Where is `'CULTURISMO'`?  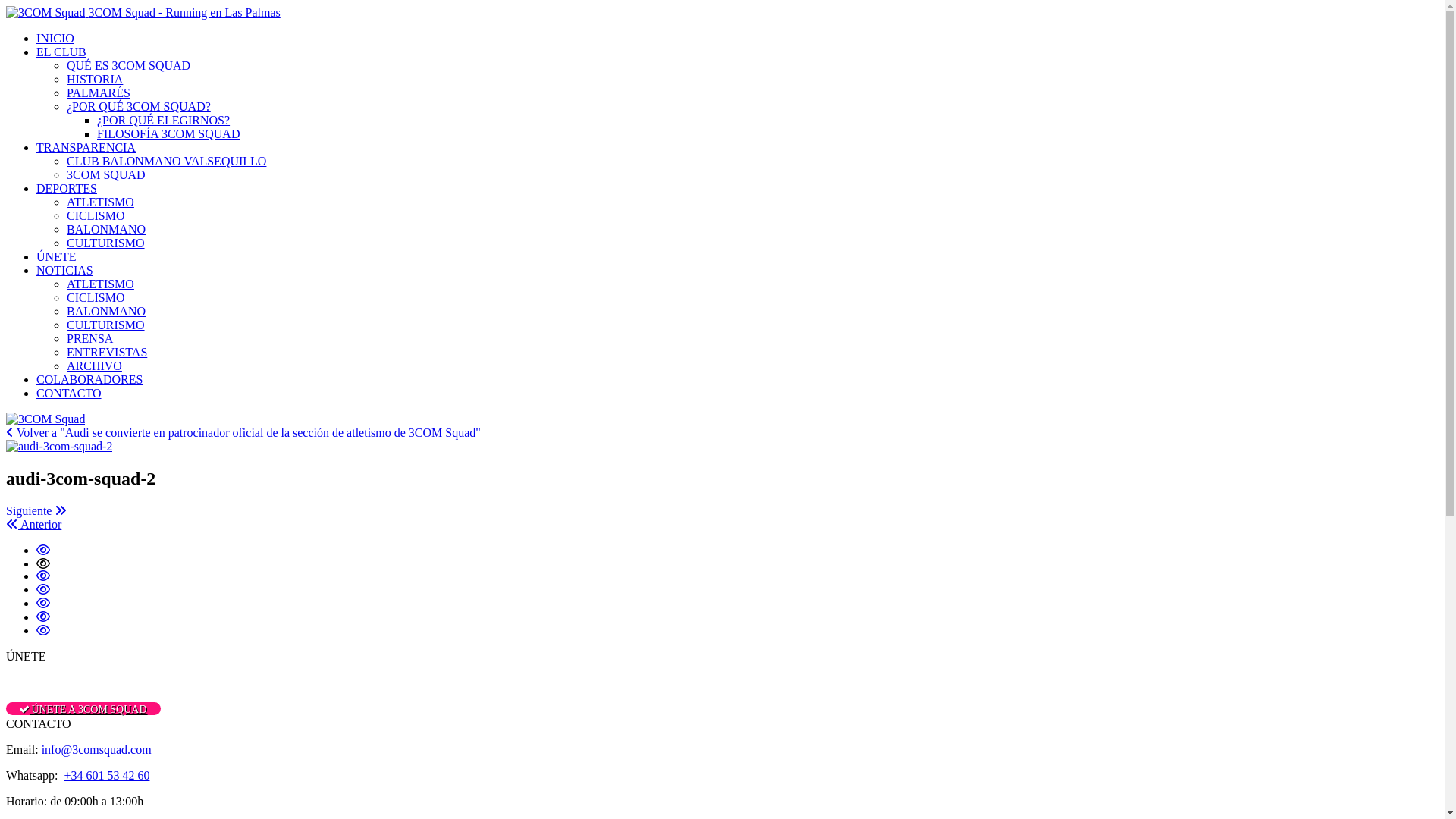 'CULTURISMO' is located at coordinates (65, 242).